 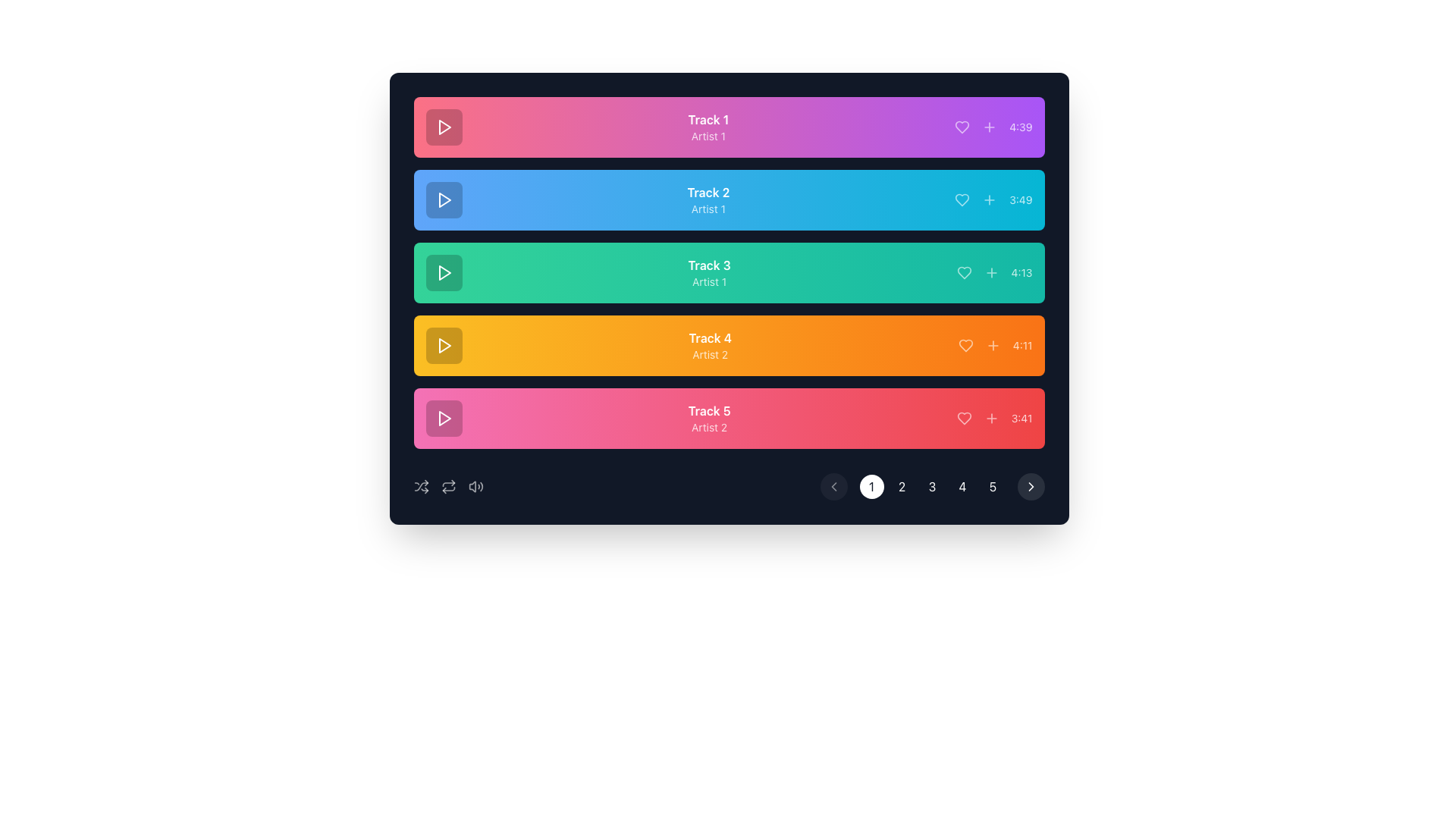 What do you see at coordinates (961, 199) in the screenshot?
I see `the heart-shaped interactive icon` at bounding box center [961, 199].